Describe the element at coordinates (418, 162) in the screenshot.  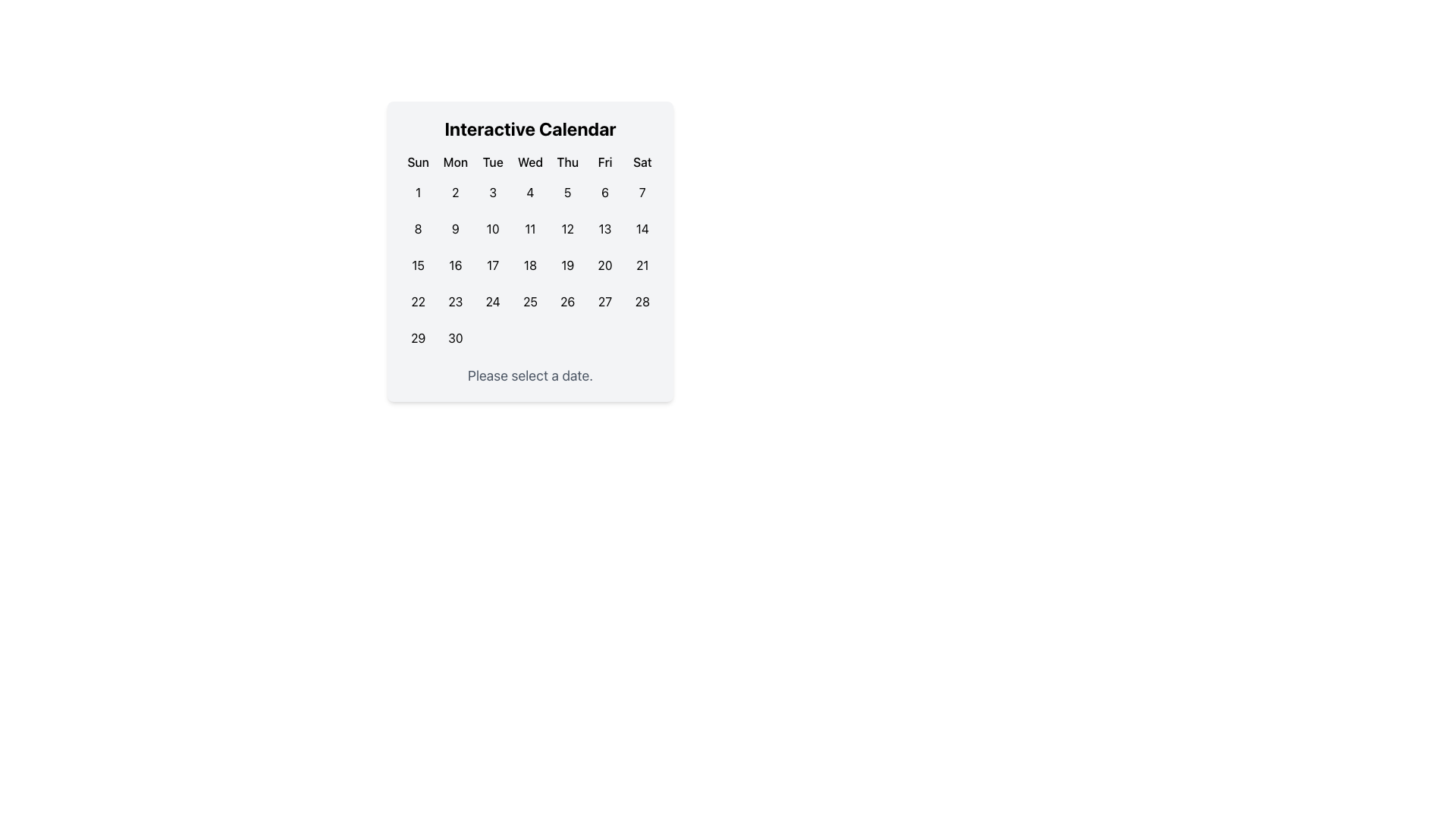
I see `the 'Sun' text label, which is the first item in the sequence of days of the week at the top left of the calendar interface` at that location.